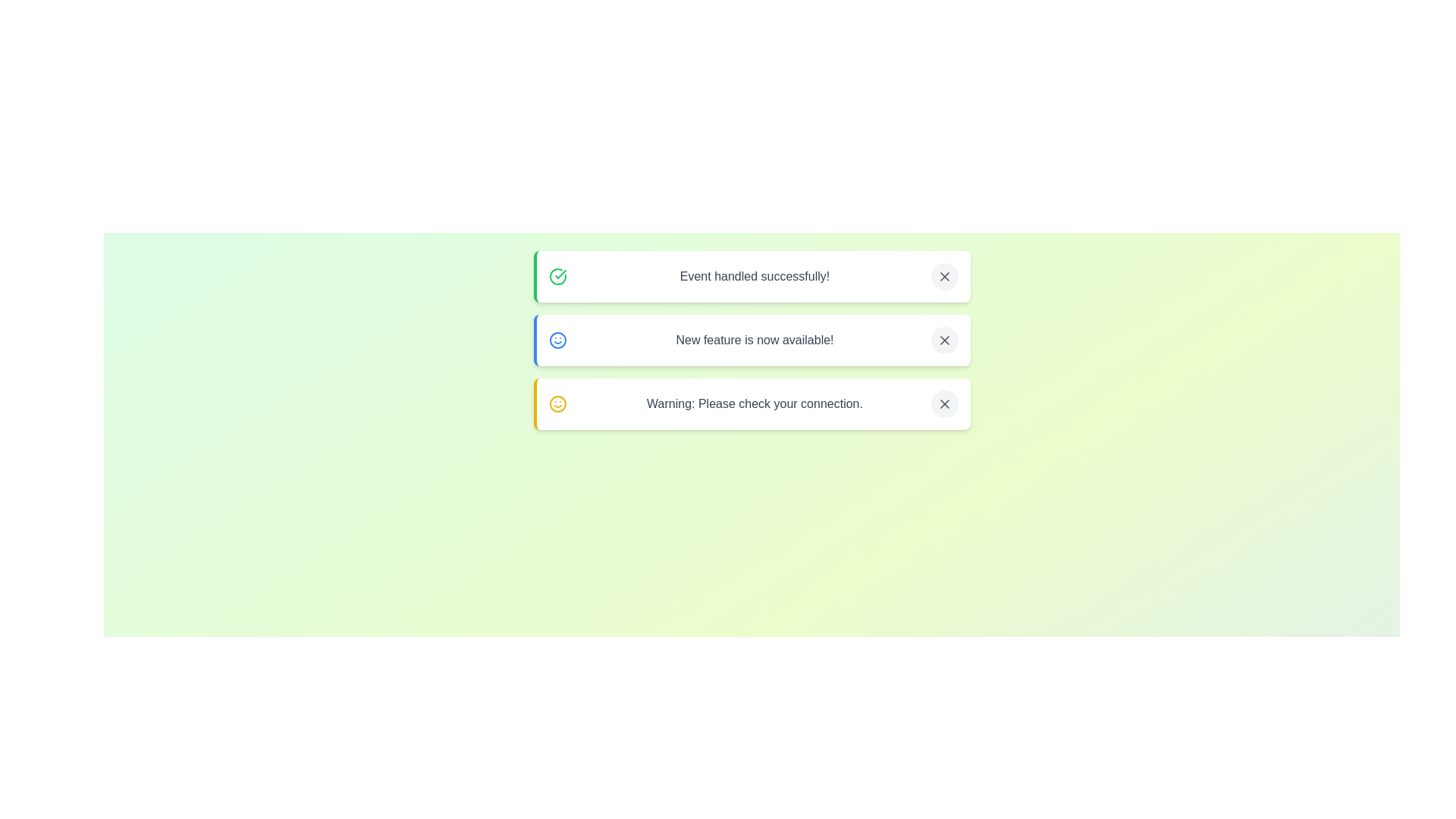  I want to click on the yellow smiley face icon located in the bottommost notification panel, adjacent to the text 'Warning: Please check your connection.', so click(557, 403).